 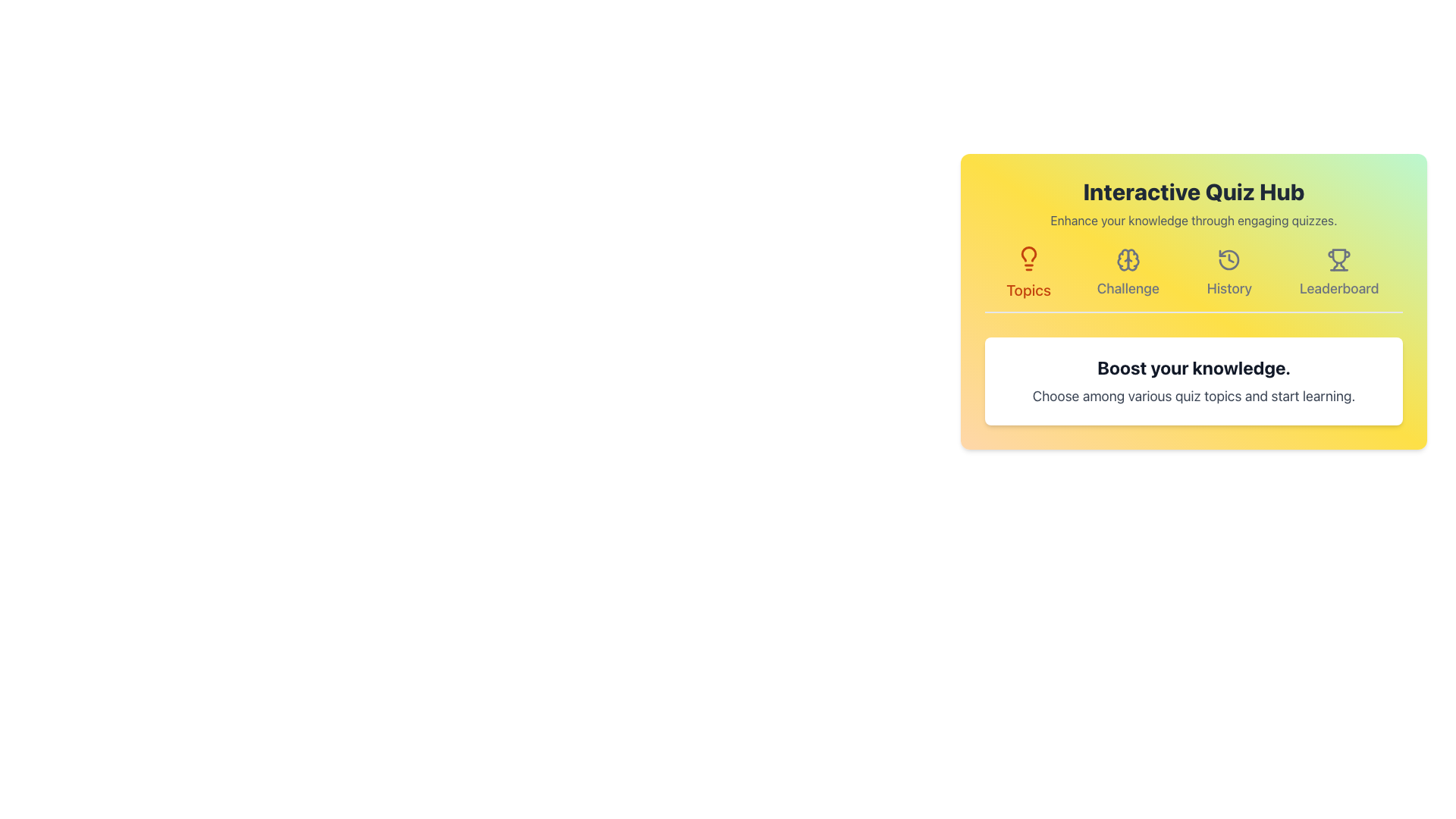 What do you see at coordinates (1128, 289) in the screenshot?
I see `the 'Challenge' label located beneath the brain icon in the 'Interactive Quiz Hub'` at bounding box center [1128, 289].